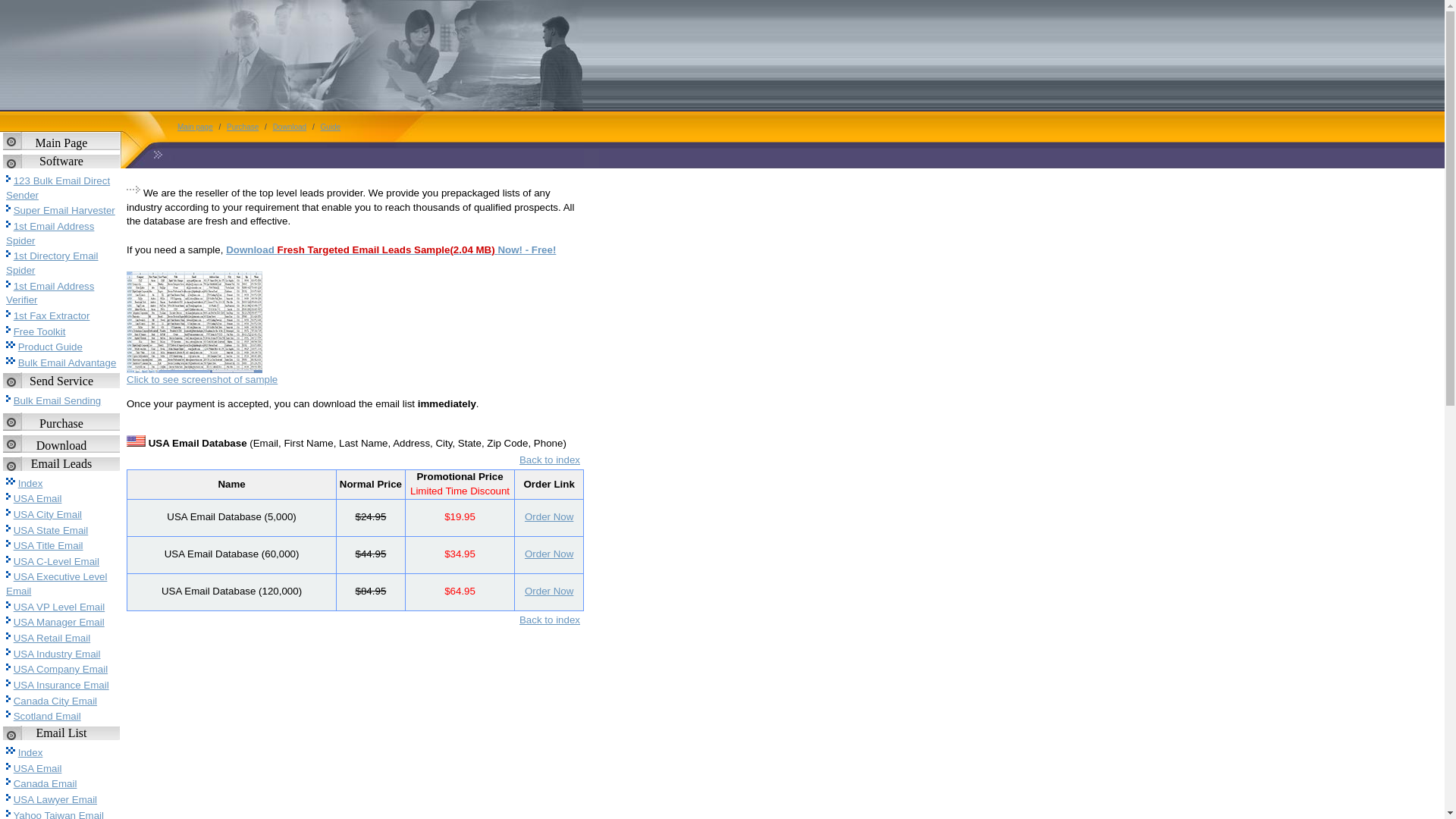 Image resolution: width=1456 pixels, height=819 pixels. What do you see at coordinates (55, 701) in the screenshot?
I see `'Canada City Email'` at bounding box center [55, 701].